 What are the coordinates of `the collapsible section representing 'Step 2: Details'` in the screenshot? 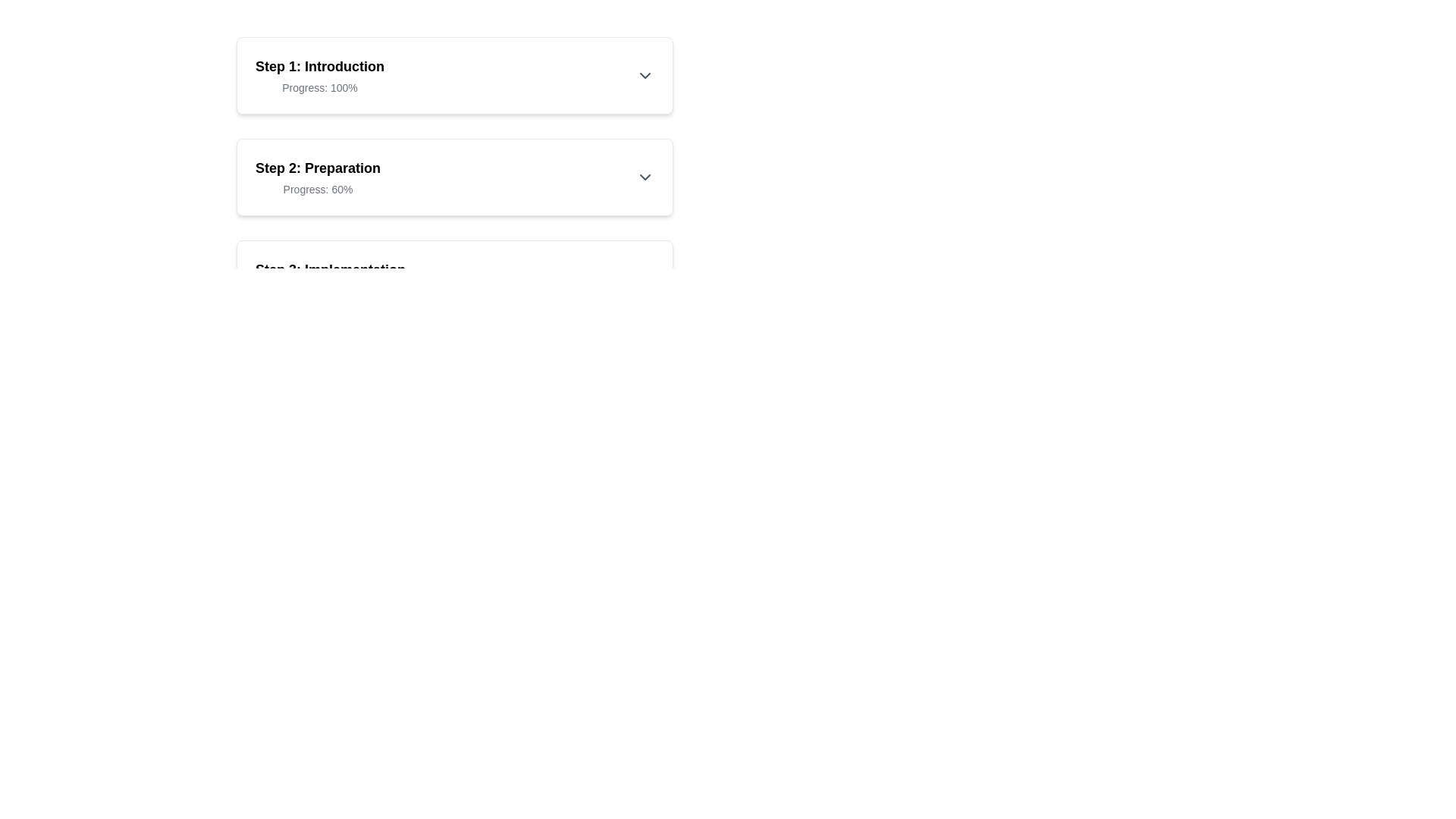 It's located at (454, 177).